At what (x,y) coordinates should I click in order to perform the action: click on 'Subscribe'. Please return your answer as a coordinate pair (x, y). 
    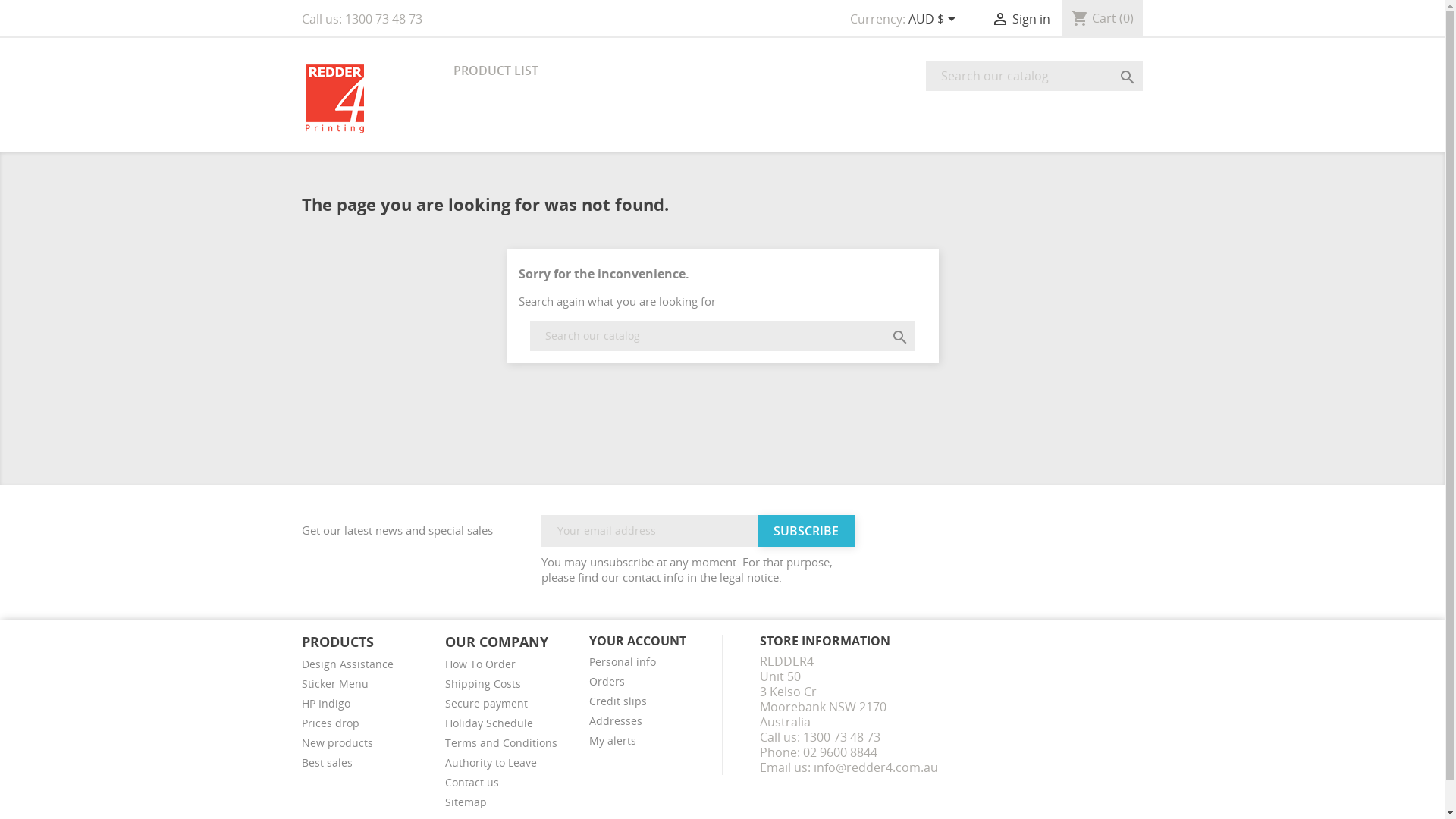
    Looking at the image, I should click on (757, 529).